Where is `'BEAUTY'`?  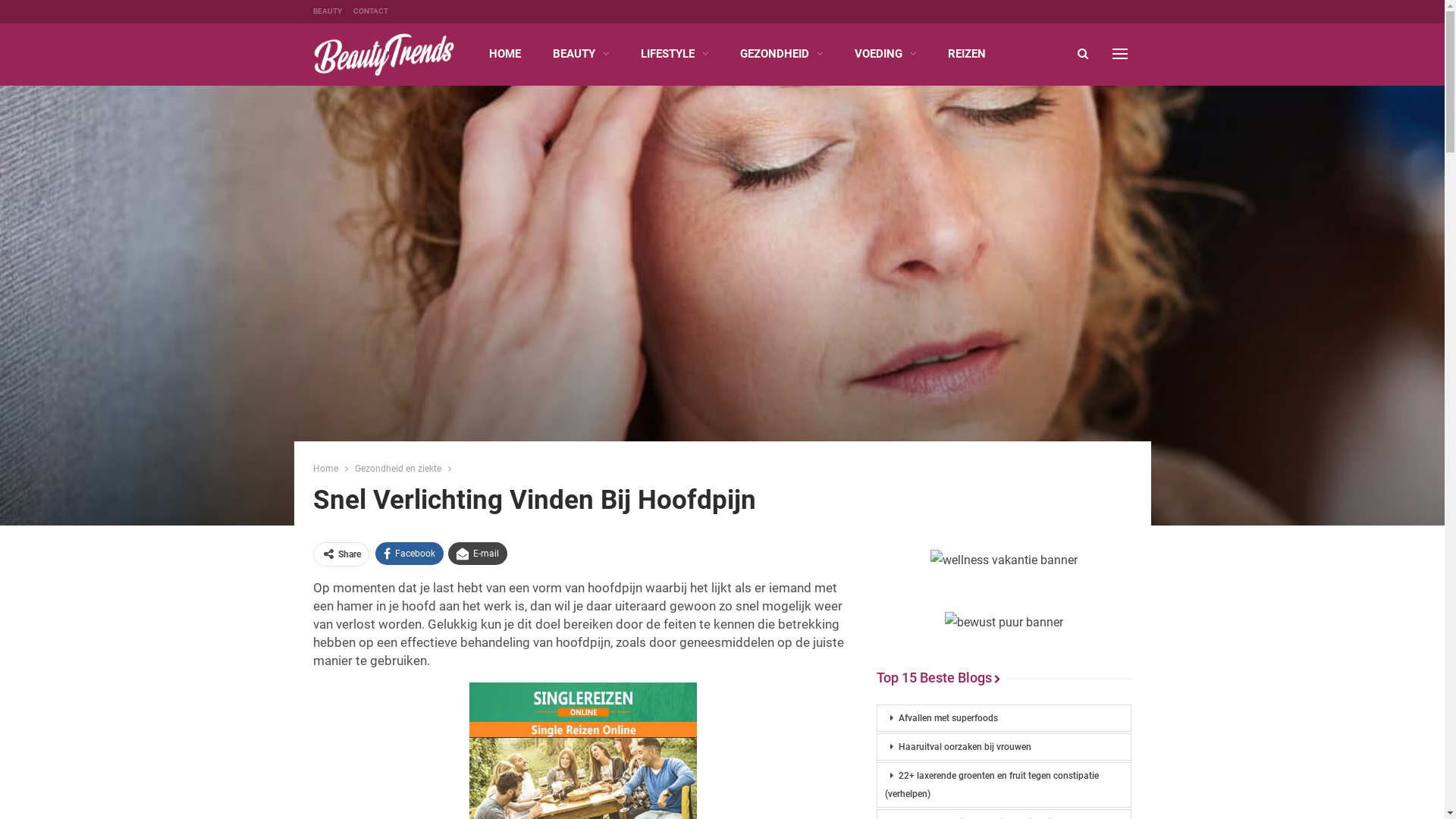
'BEAUTY' is located at coordinates (326, 11).